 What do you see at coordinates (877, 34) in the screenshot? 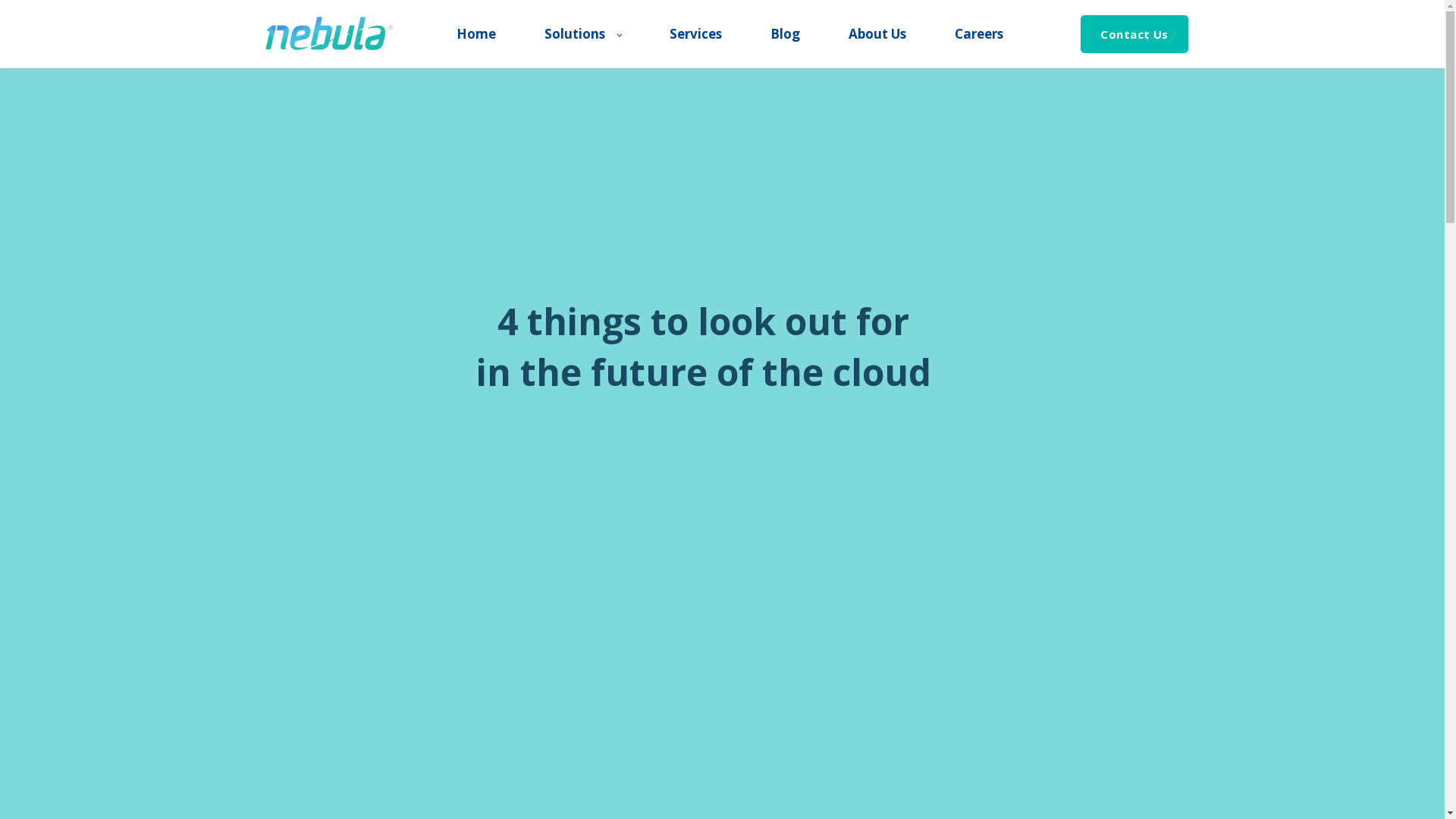
I see `'About Us'` at bounding box center [877, 34].